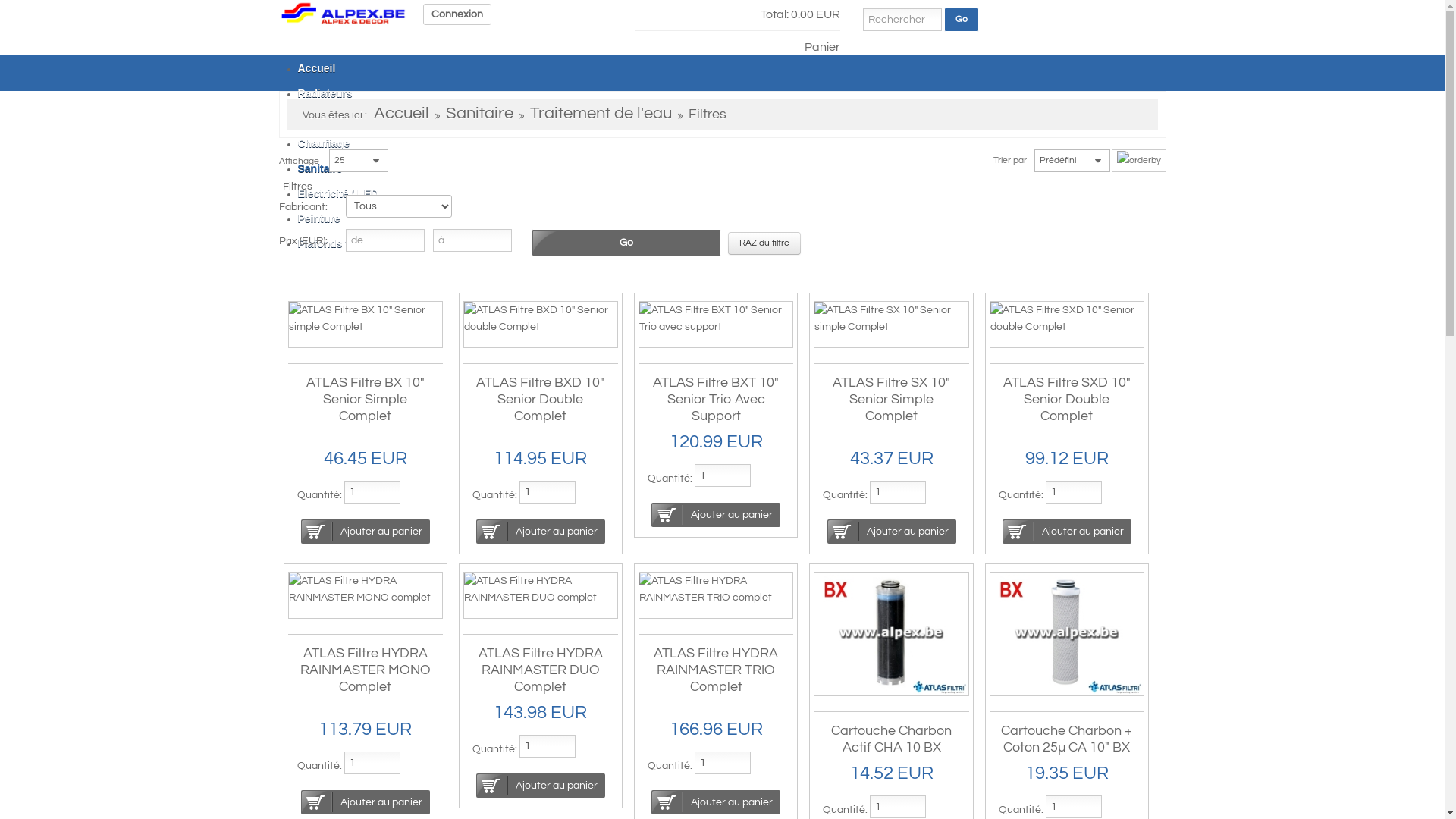 The width and height of the screenshot is (1456, 819). I want to click on 'Ajouter au panier', so click(651, 801).